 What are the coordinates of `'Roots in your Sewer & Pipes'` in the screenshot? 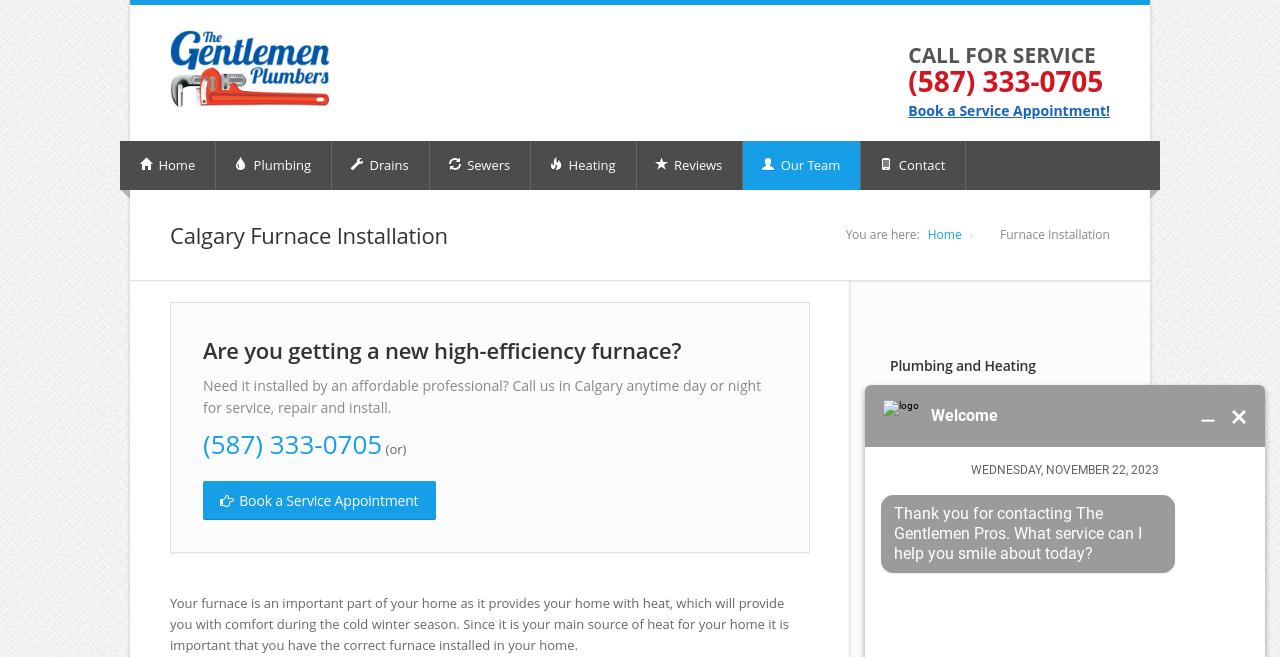 It's located at (901, 584).